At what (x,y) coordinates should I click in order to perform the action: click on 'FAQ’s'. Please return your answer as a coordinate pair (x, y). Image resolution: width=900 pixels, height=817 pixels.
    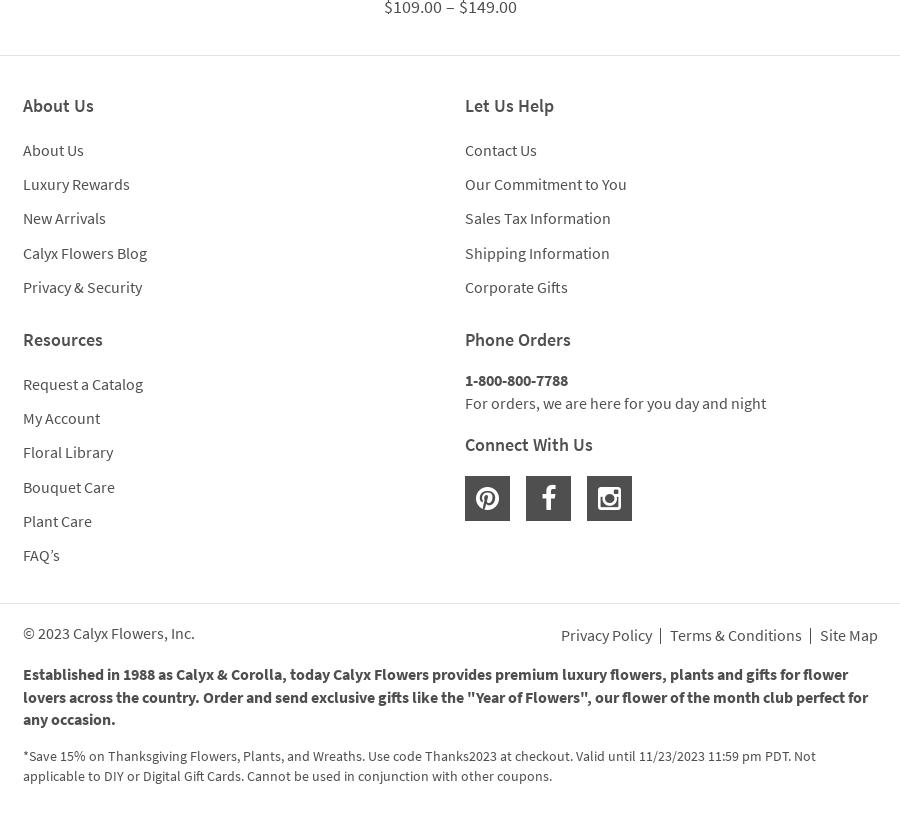
    Looking at the image, I should click on (39, 553).